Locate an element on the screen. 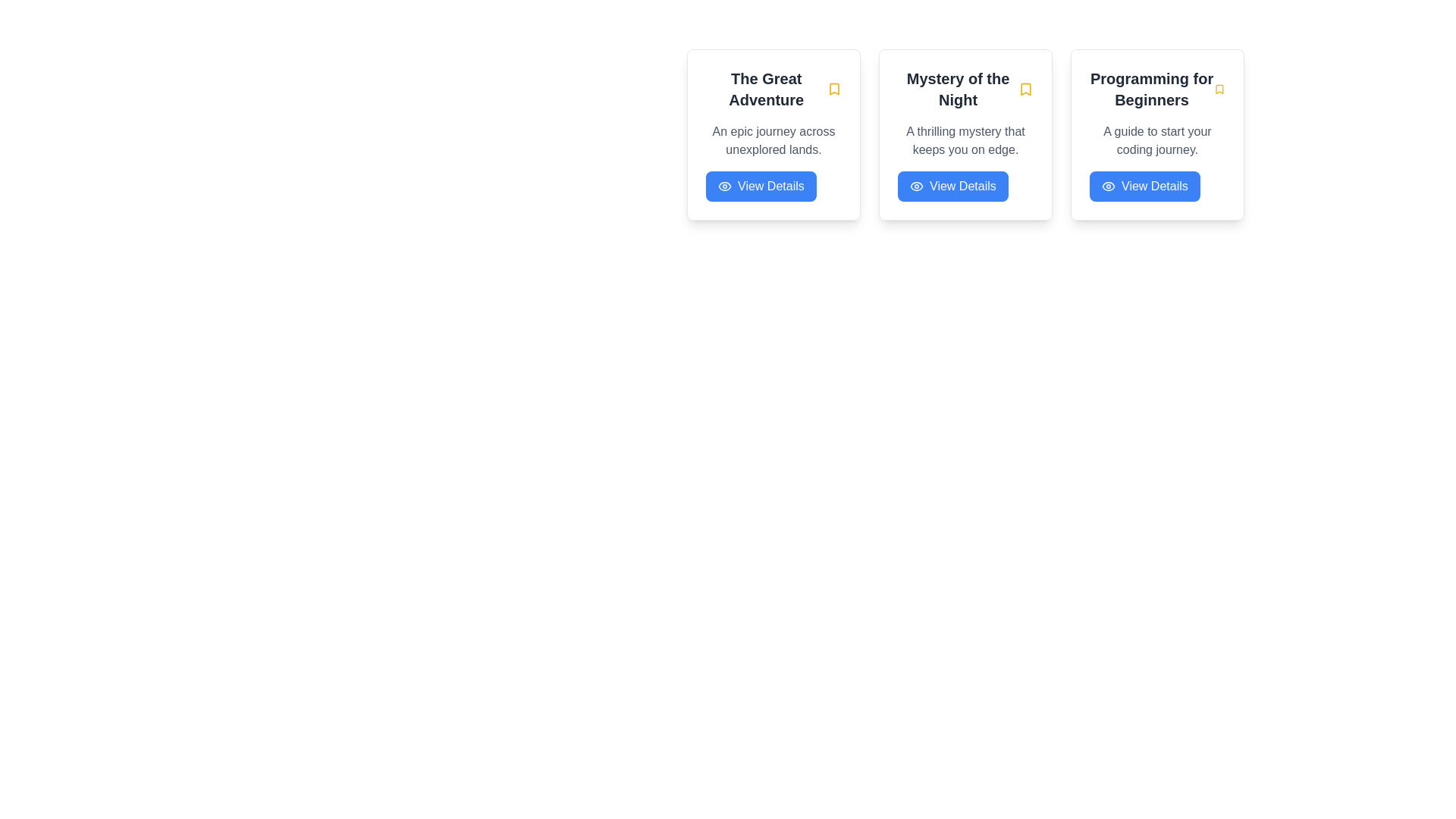 This screenshot has width=1456, height=819. the light gray text element reading 'An epic journey across unexplored lands' within the card titled 'The Great Adventure' is located at coordinates (773, 140).